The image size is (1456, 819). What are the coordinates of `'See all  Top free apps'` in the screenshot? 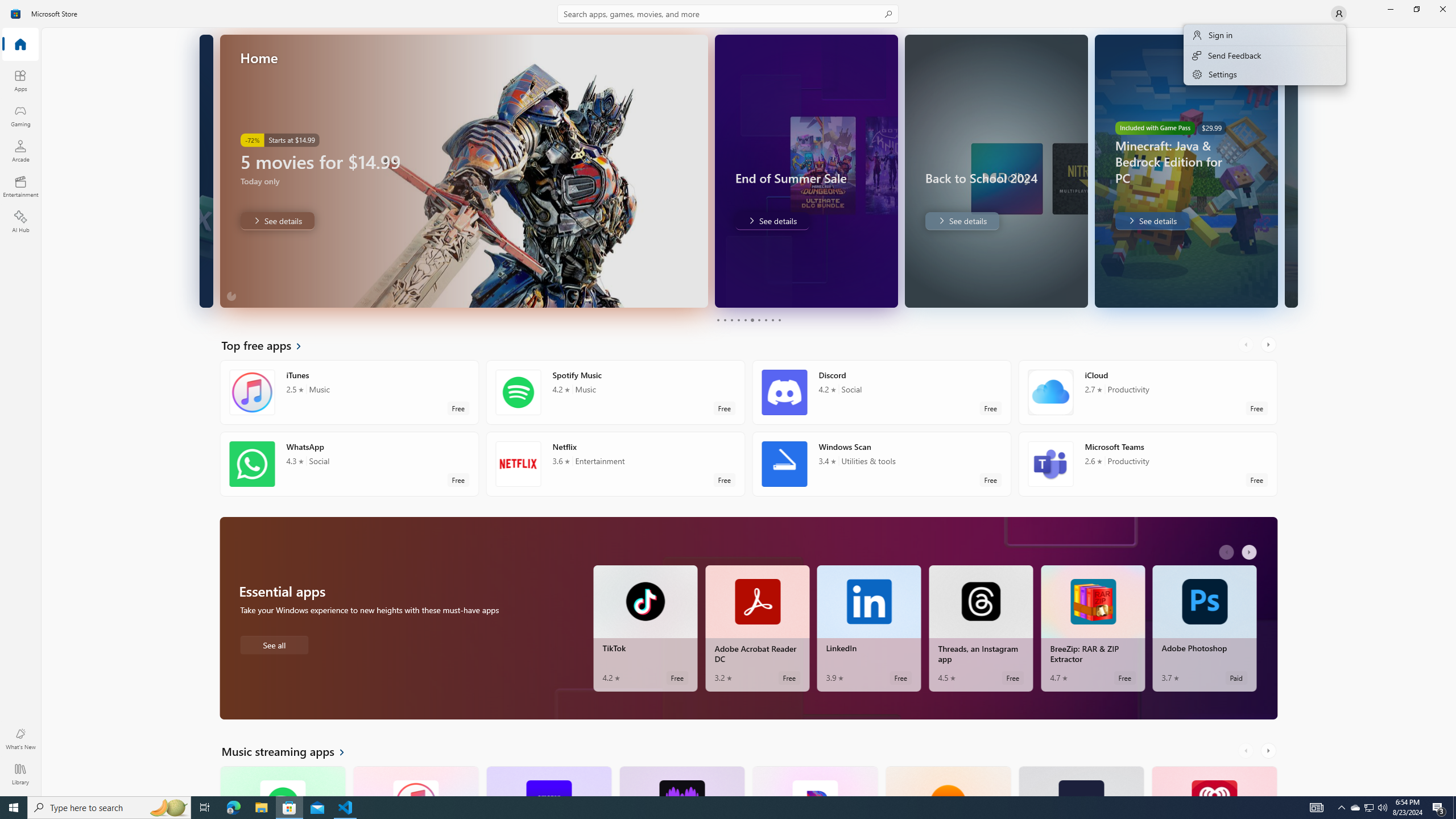 It's located at (268, 344).